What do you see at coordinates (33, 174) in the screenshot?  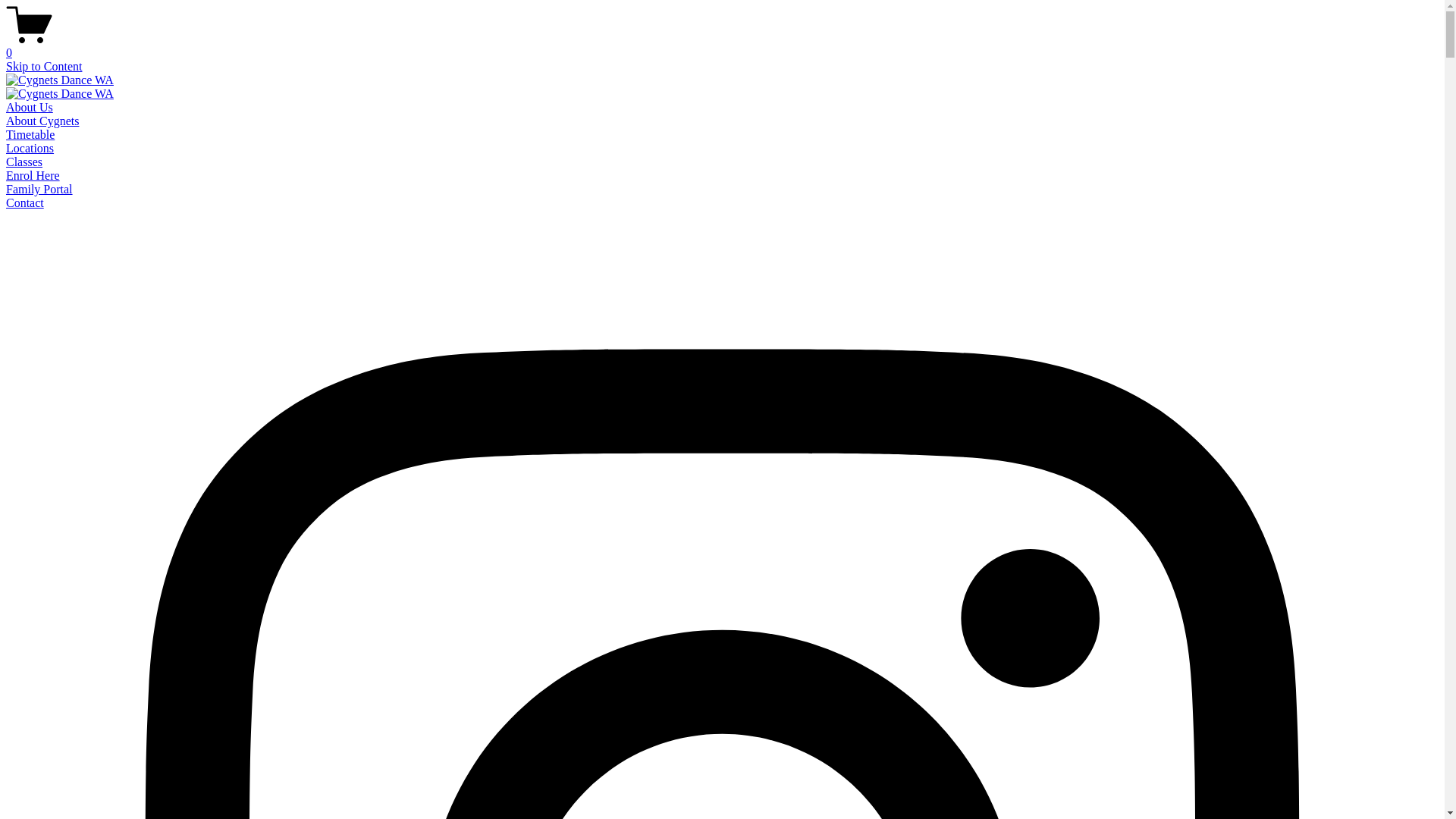 I see `'Enrol Here'` at bounding box center [33, 174].